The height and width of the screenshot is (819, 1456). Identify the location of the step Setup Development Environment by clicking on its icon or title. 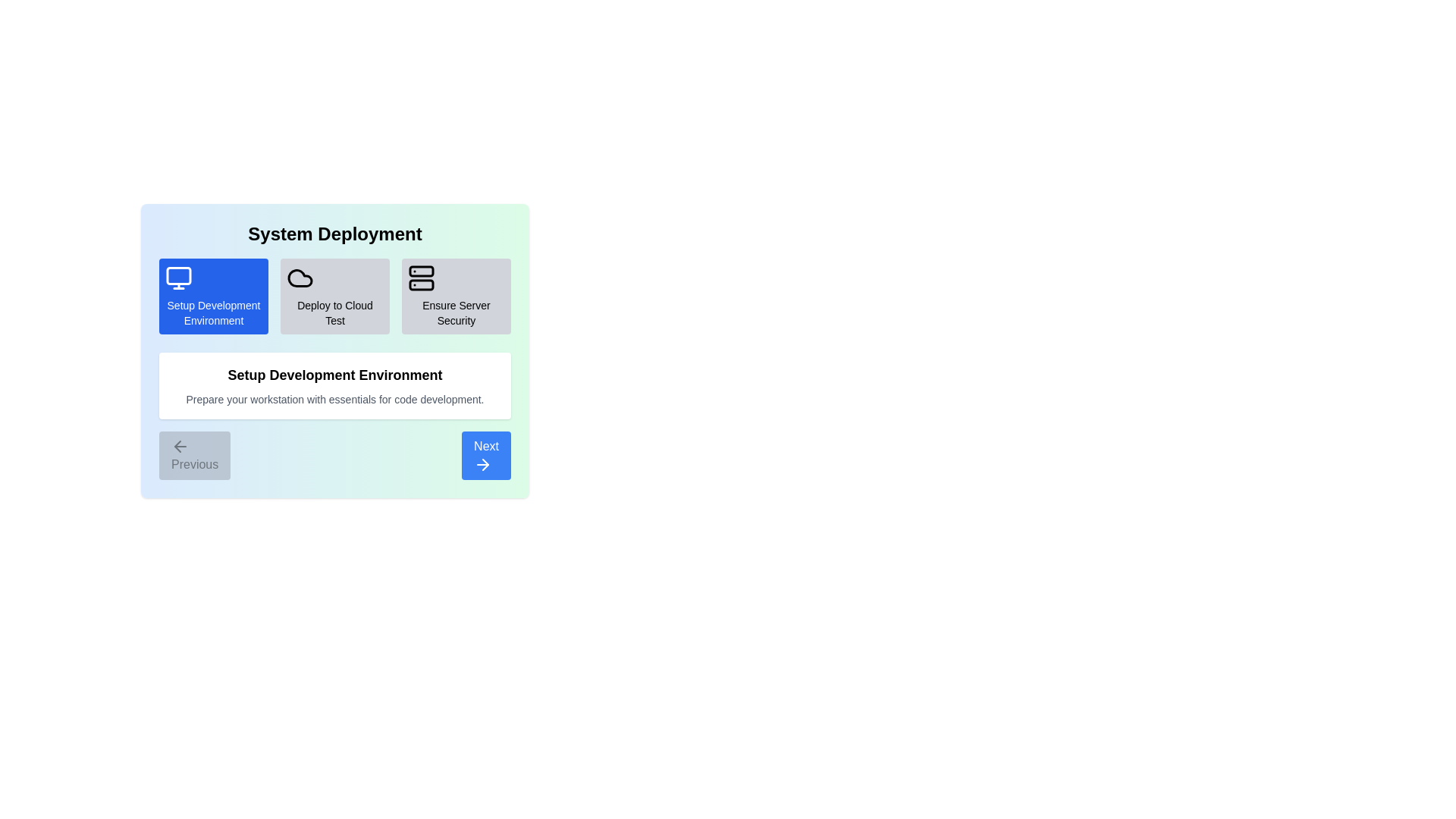
(213, 296).